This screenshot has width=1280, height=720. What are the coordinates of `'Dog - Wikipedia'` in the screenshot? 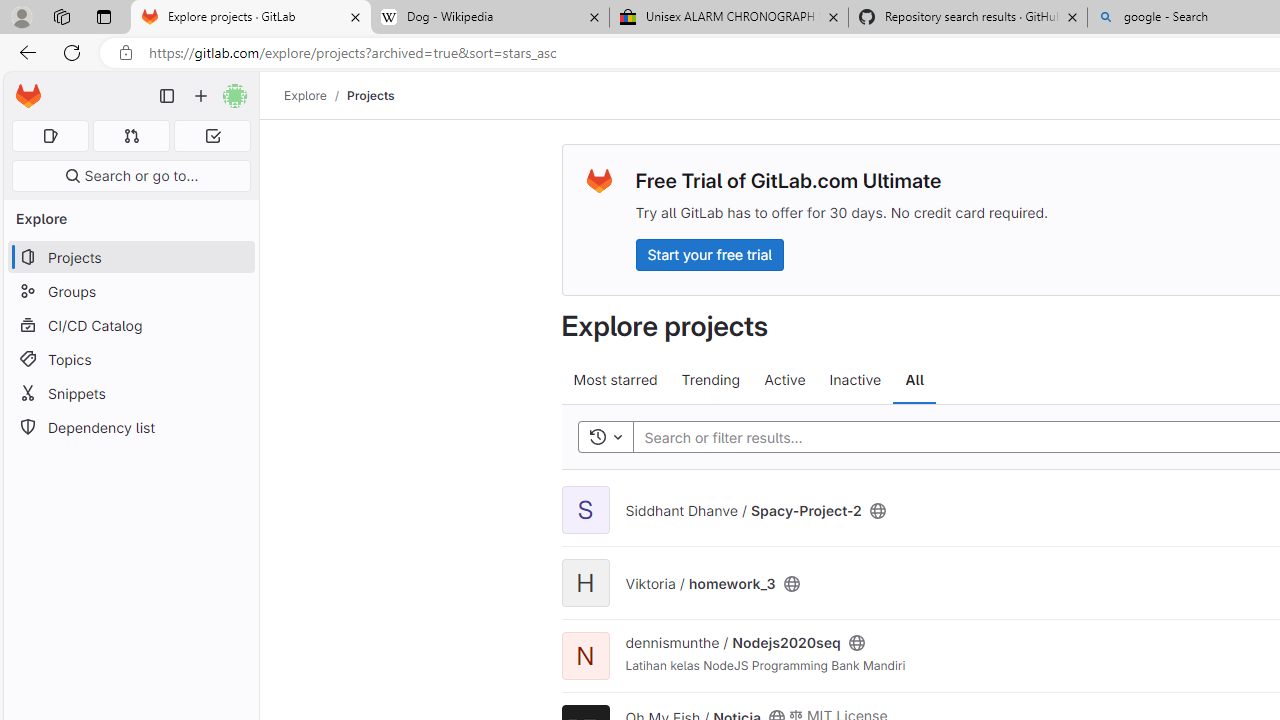 It's located at (490, 17).